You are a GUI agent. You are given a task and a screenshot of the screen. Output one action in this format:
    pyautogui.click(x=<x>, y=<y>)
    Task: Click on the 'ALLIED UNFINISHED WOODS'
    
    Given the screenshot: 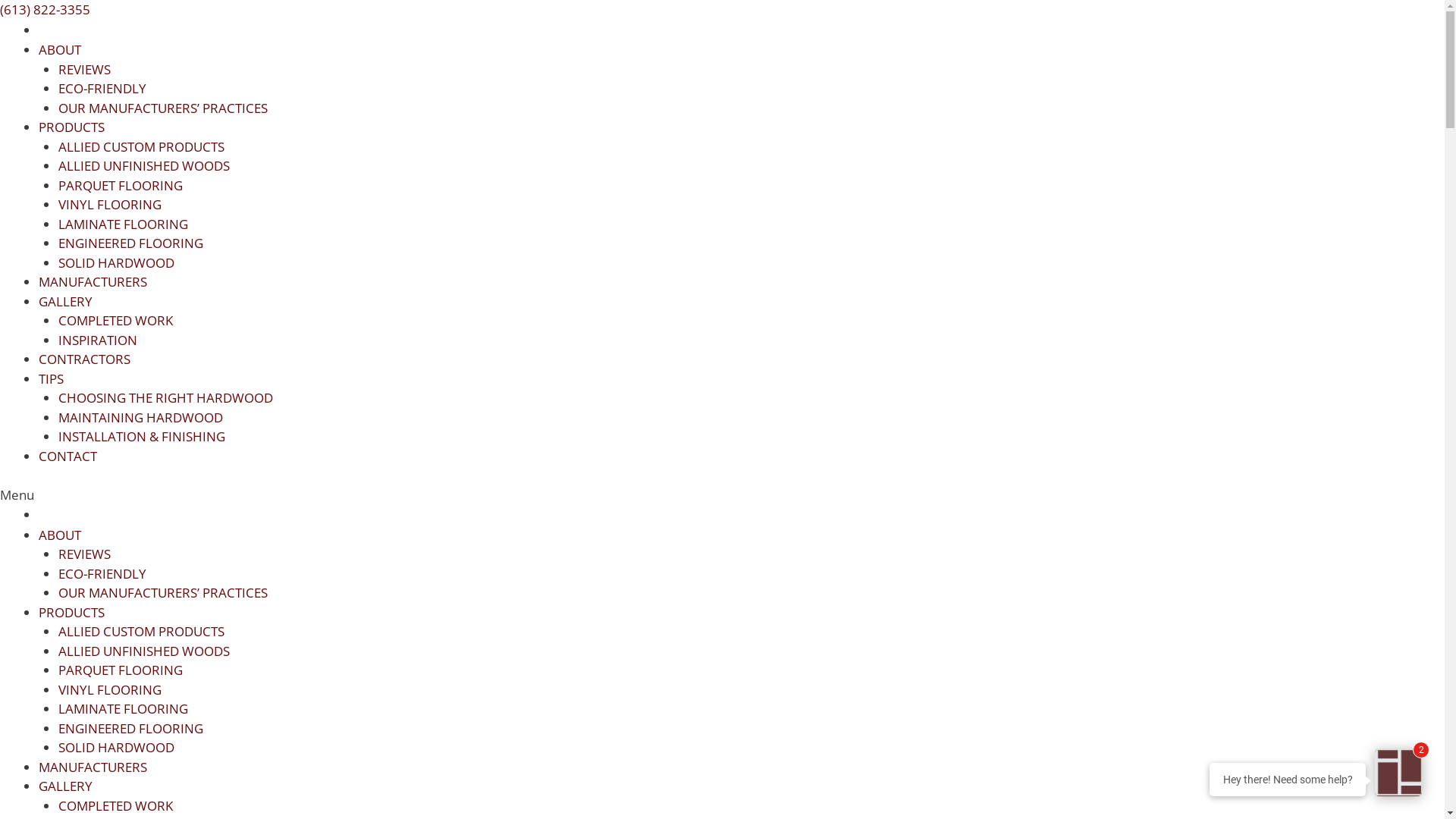 What is the action you would take?
    pyautogui.click(x=143, y=165)
    